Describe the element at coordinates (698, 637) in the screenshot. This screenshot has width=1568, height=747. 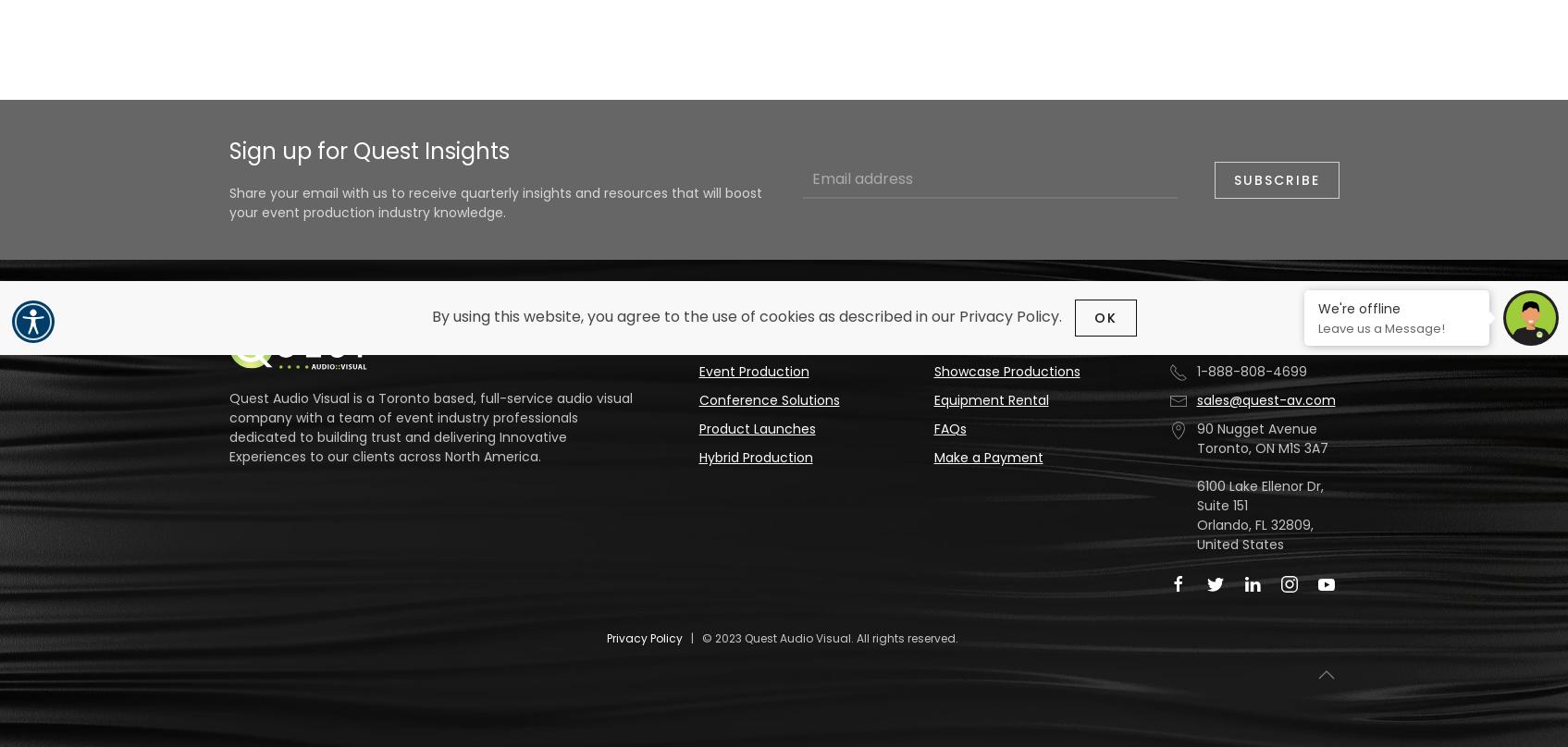
I see `'|   ©'` at that location.